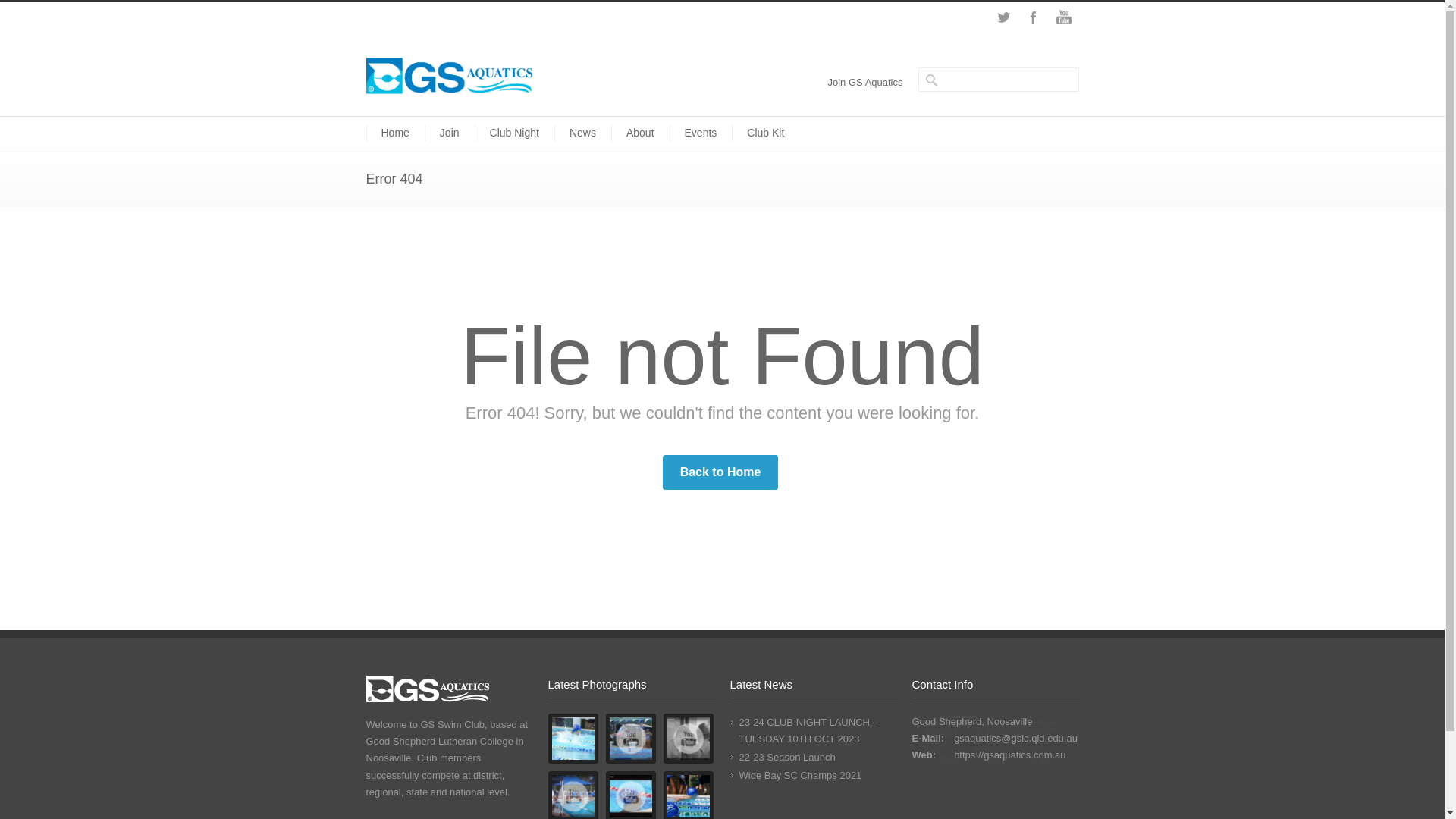 This screenshot has height=819, width=1456. I want to click on 'Join', so click(449, 131).